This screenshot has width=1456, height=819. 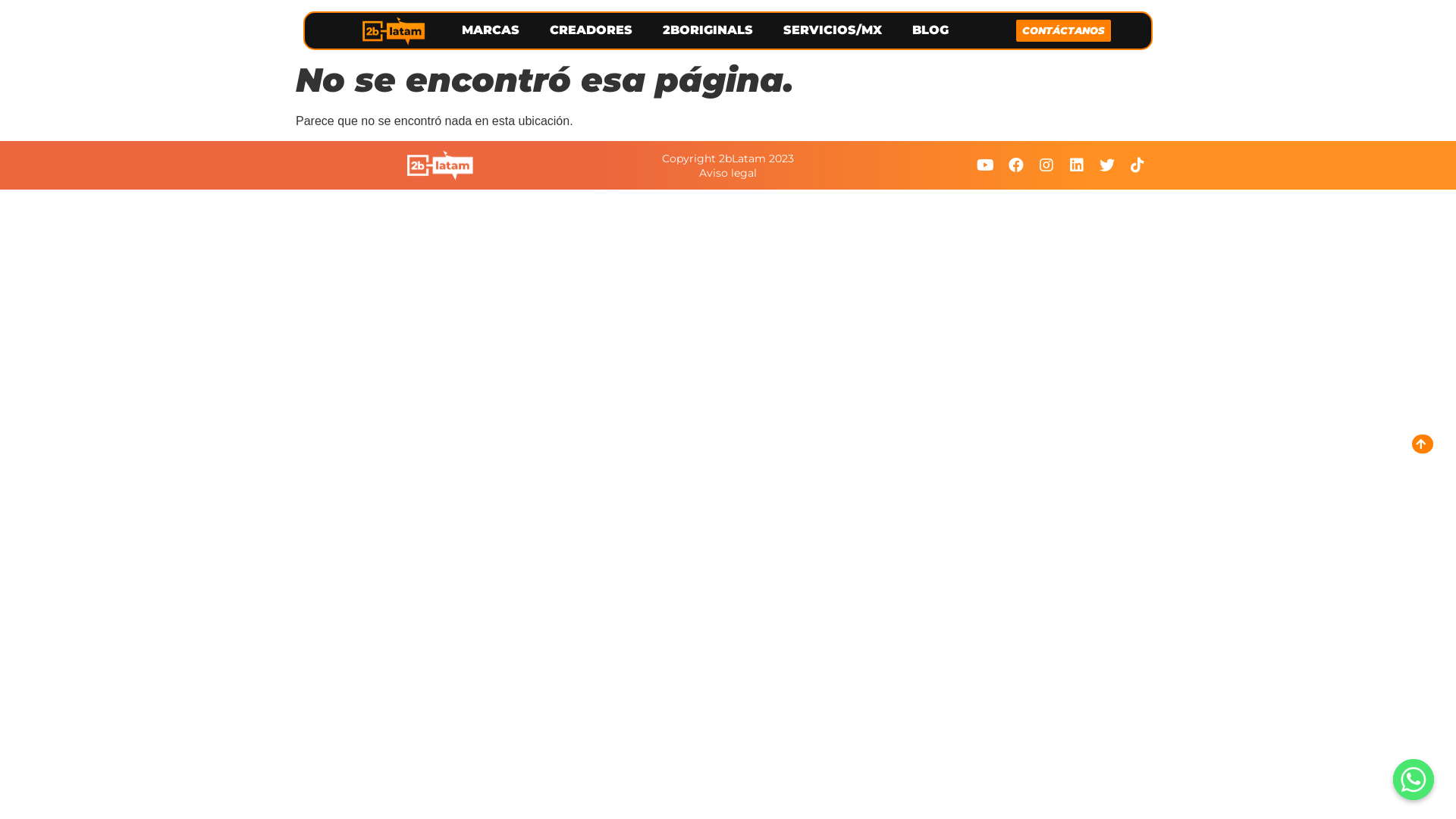 What do you see at coordinates (535, 30) in the screenshot?
I see `'CREADORES'` at bounding box center [535, 30].